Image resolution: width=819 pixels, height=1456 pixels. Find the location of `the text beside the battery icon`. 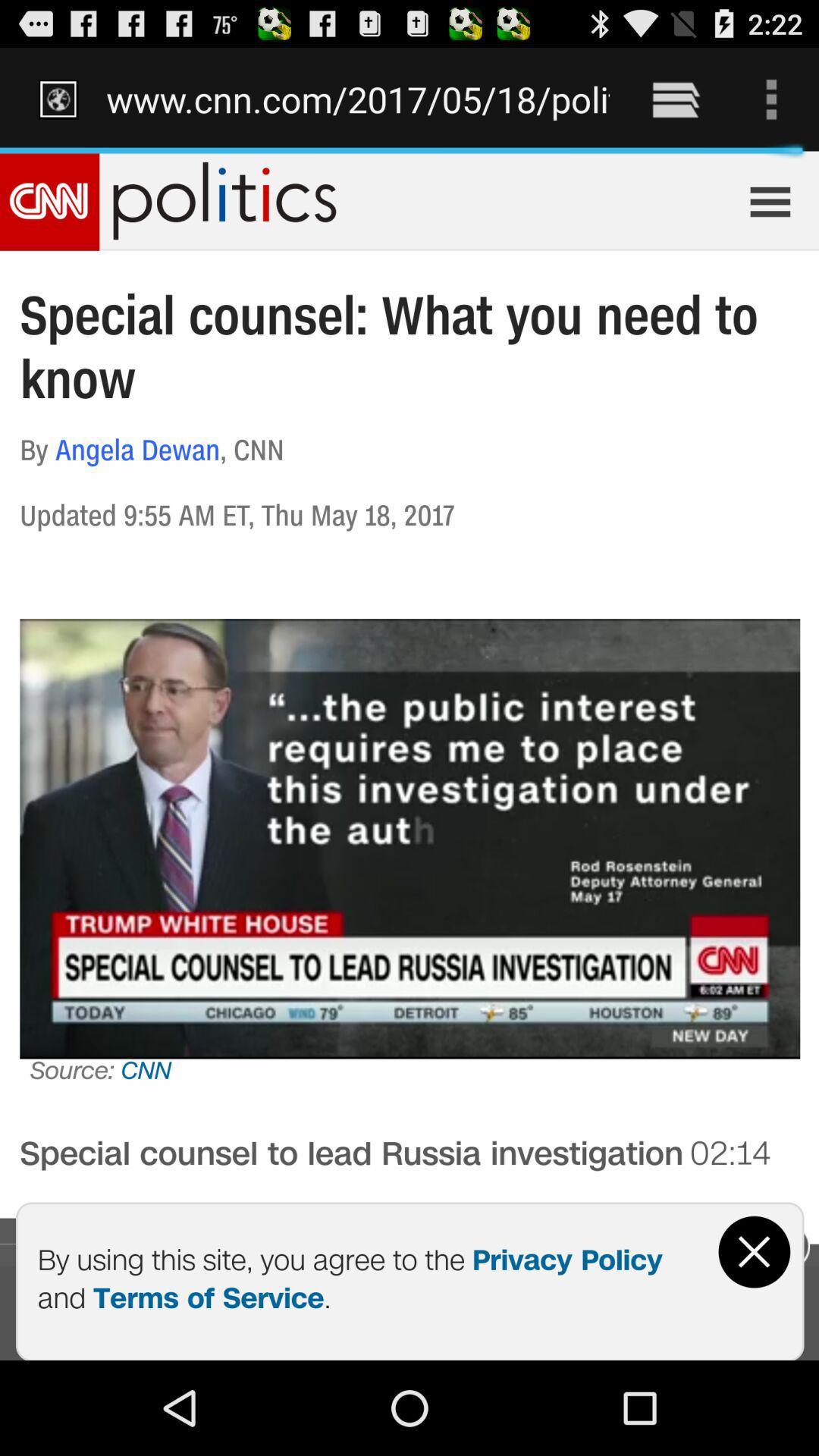

the text beside the battery icon is located at coordinates (771, 55).